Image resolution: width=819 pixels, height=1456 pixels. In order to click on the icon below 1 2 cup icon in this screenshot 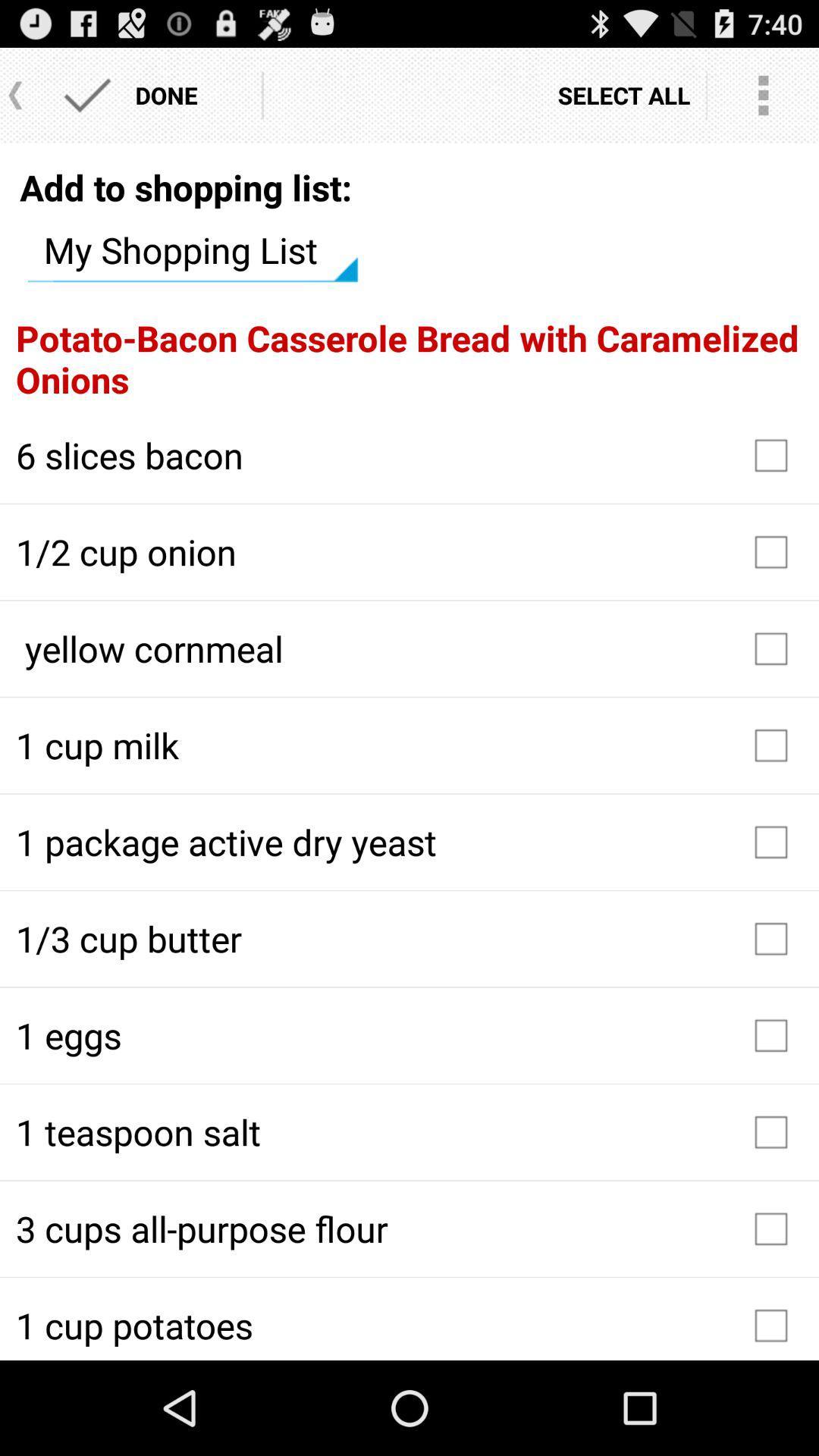, I will do `click(409, 648)`.